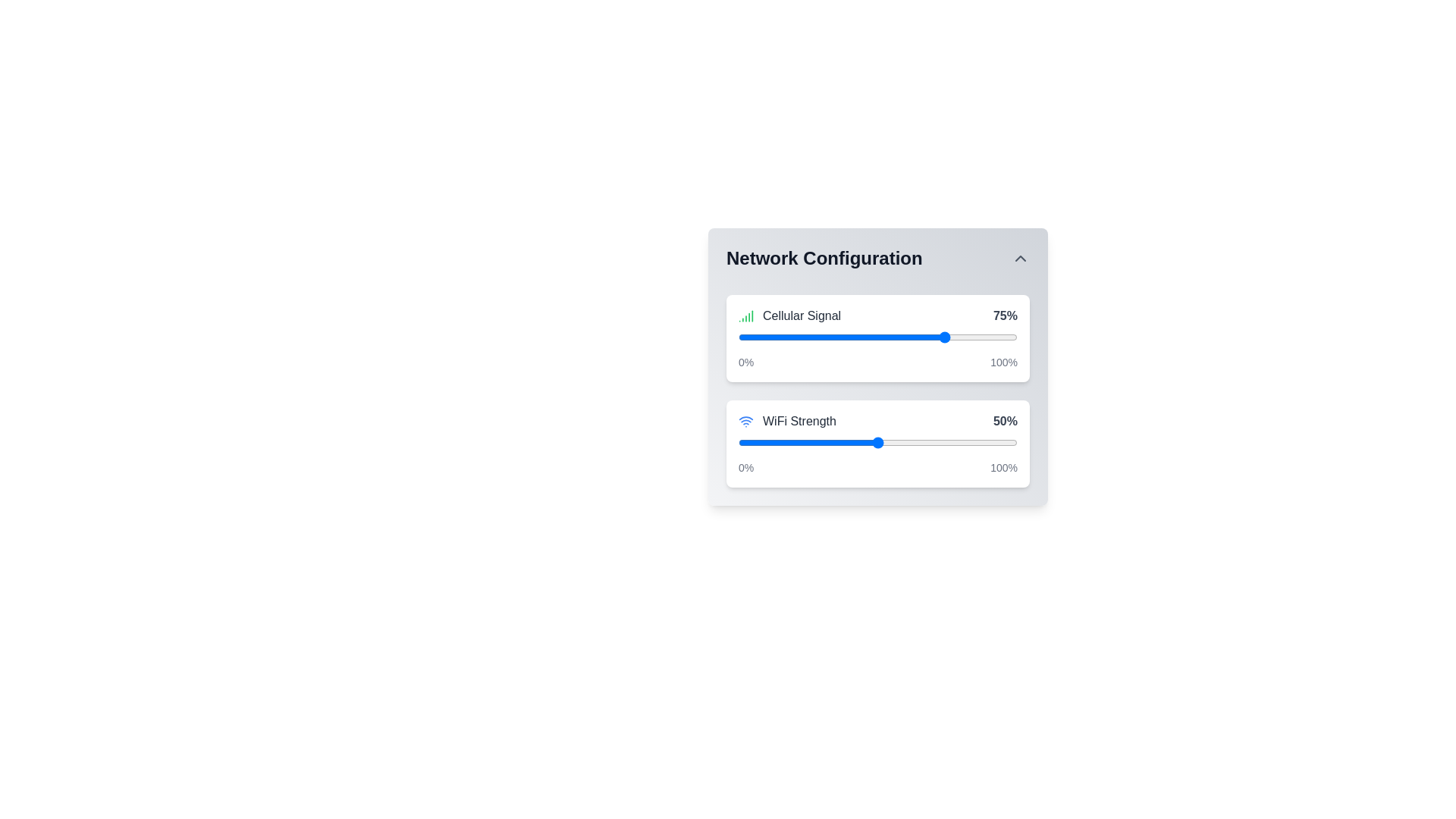 The image size is (1456, 819). I want to click on the handle of the 'Cellular Signal' range slider, so click(877, 336).